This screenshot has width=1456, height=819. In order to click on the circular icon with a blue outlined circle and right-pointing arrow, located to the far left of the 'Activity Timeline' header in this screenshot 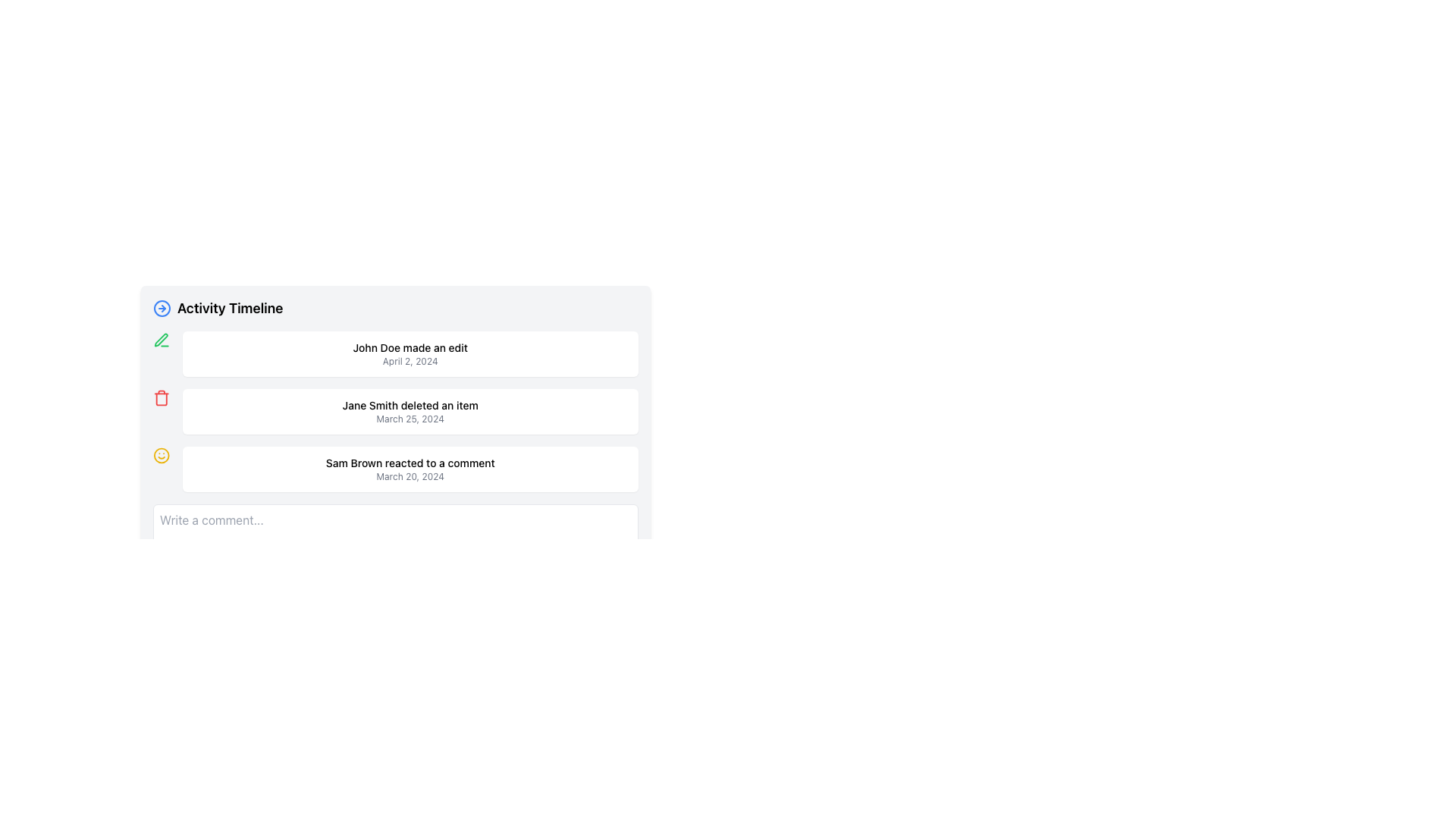, I will do `click(162, 308)`.